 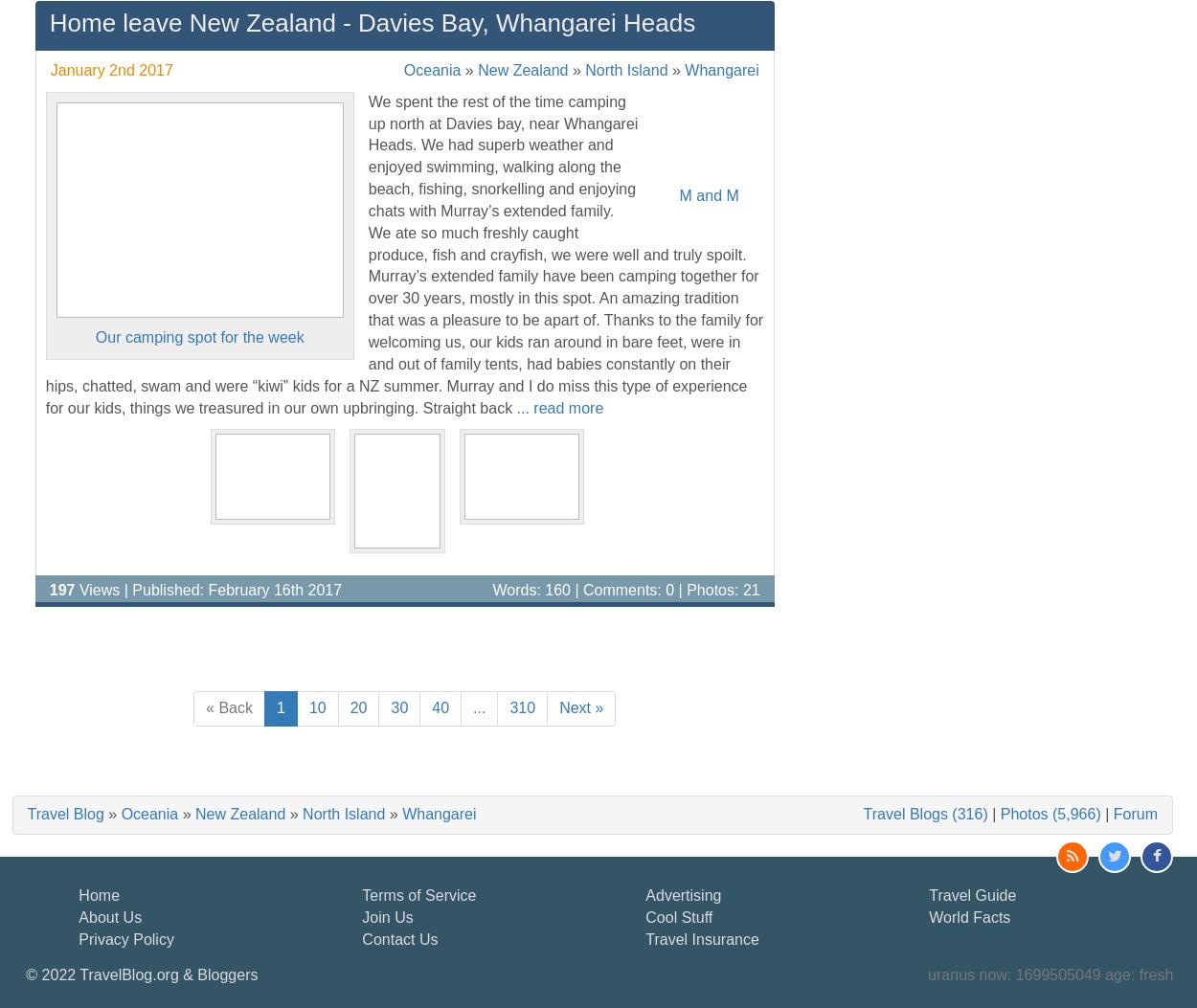 I want to click on 'Forum', so click(x=1135, y=813).